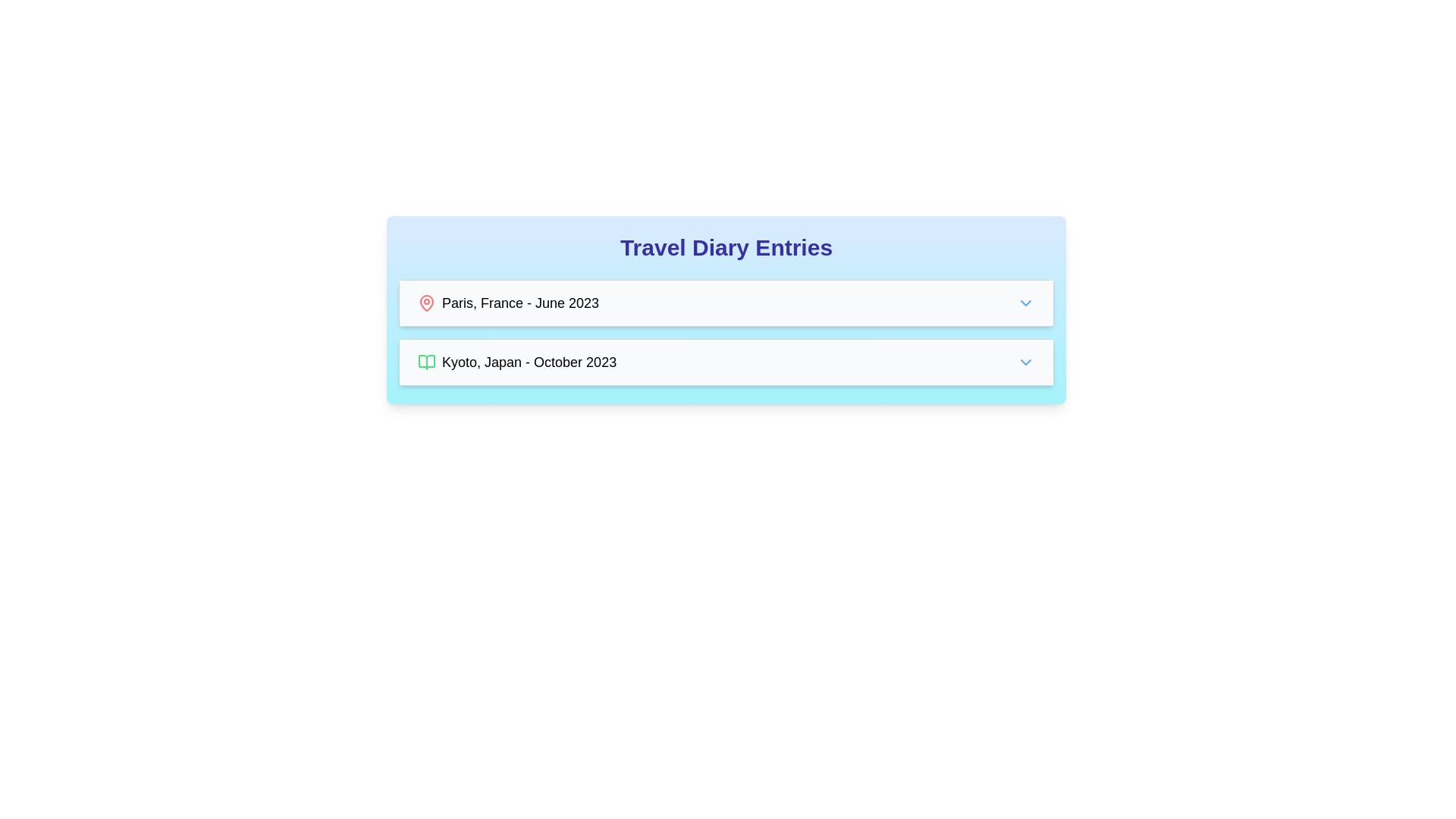  Describe the element at coordinates (425, 302) in the screenshot. I see `the red map pin icon located adjacent to the text 'Paris, France - June 2023' in the first row of the 'Travel Diary Entries' section` at that location.